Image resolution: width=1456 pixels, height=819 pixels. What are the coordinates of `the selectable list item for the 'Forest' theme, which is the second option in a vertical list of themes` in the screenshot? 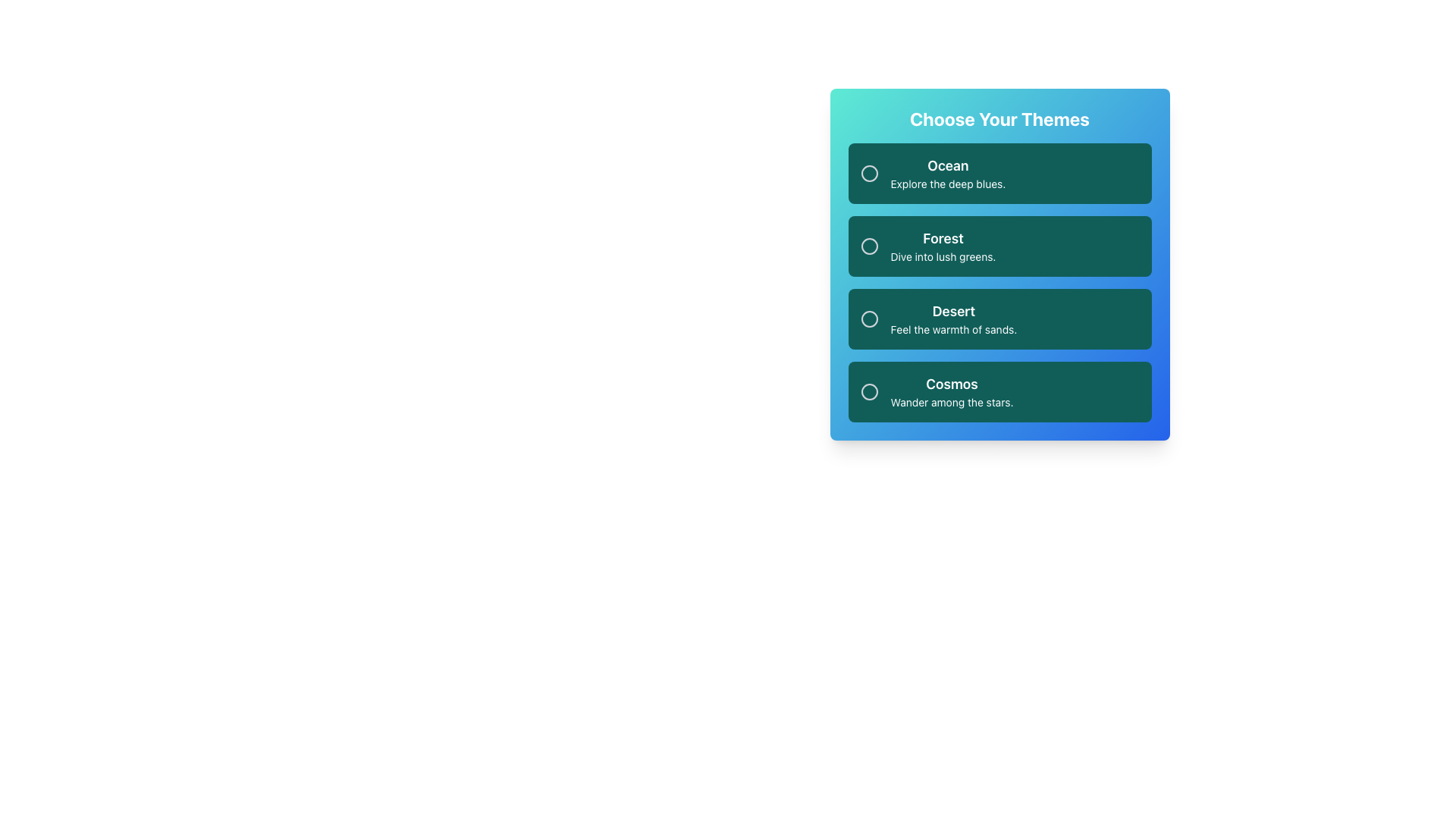 It's located at (999, 263).